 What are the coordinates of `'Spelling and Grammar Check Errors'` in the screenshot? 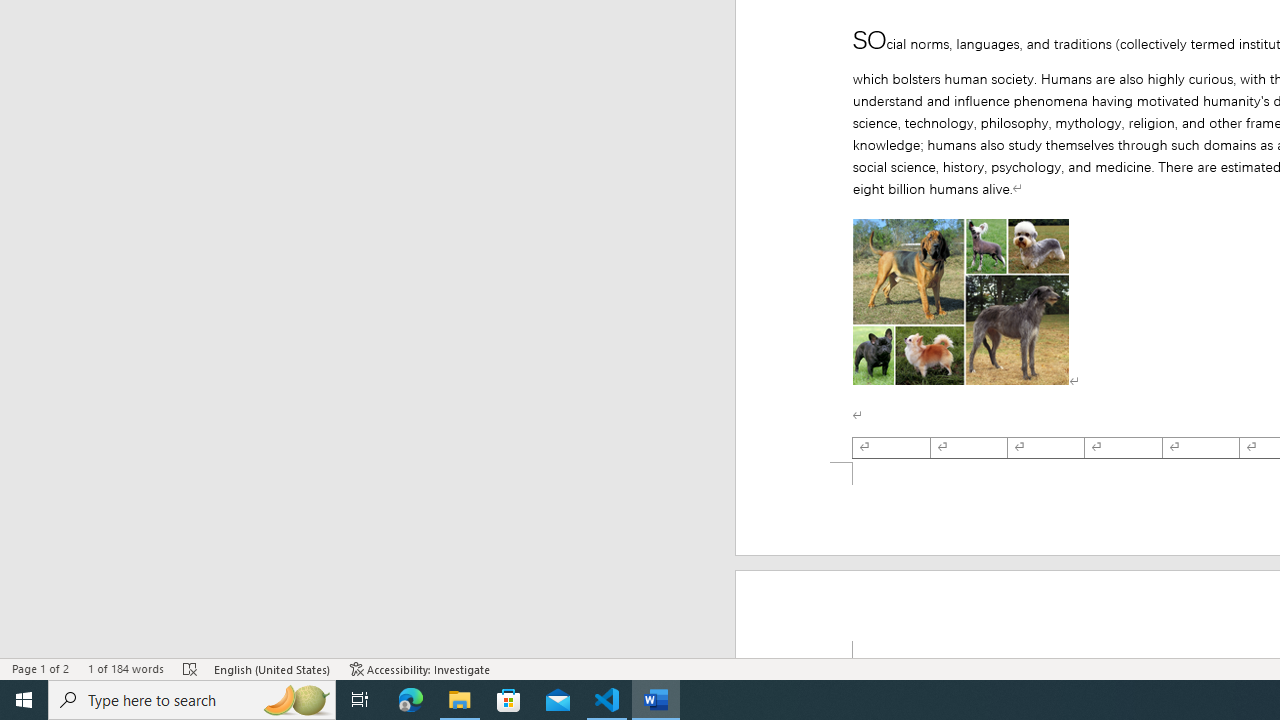 It's located at (191, 669).